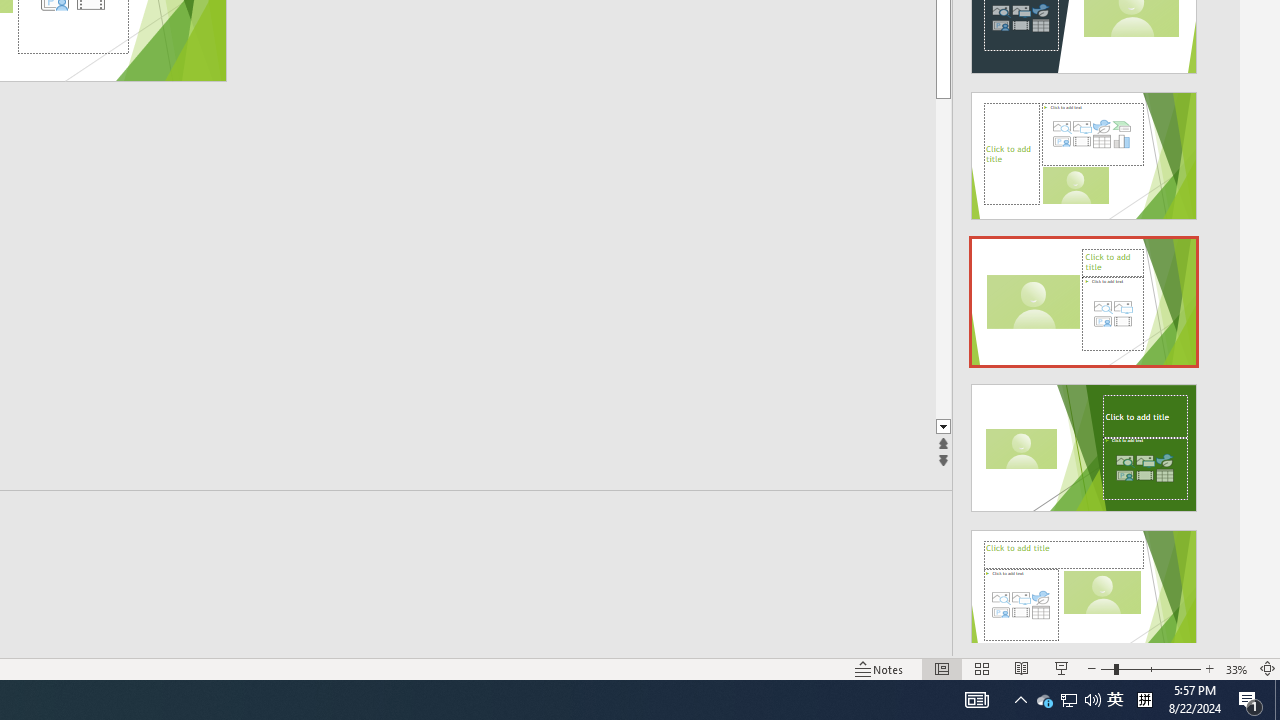 The image size is (1280, 720). Describe the element at coordinates (1106, 669) in the screenshot. I see `'Zoom Out'` at that location.